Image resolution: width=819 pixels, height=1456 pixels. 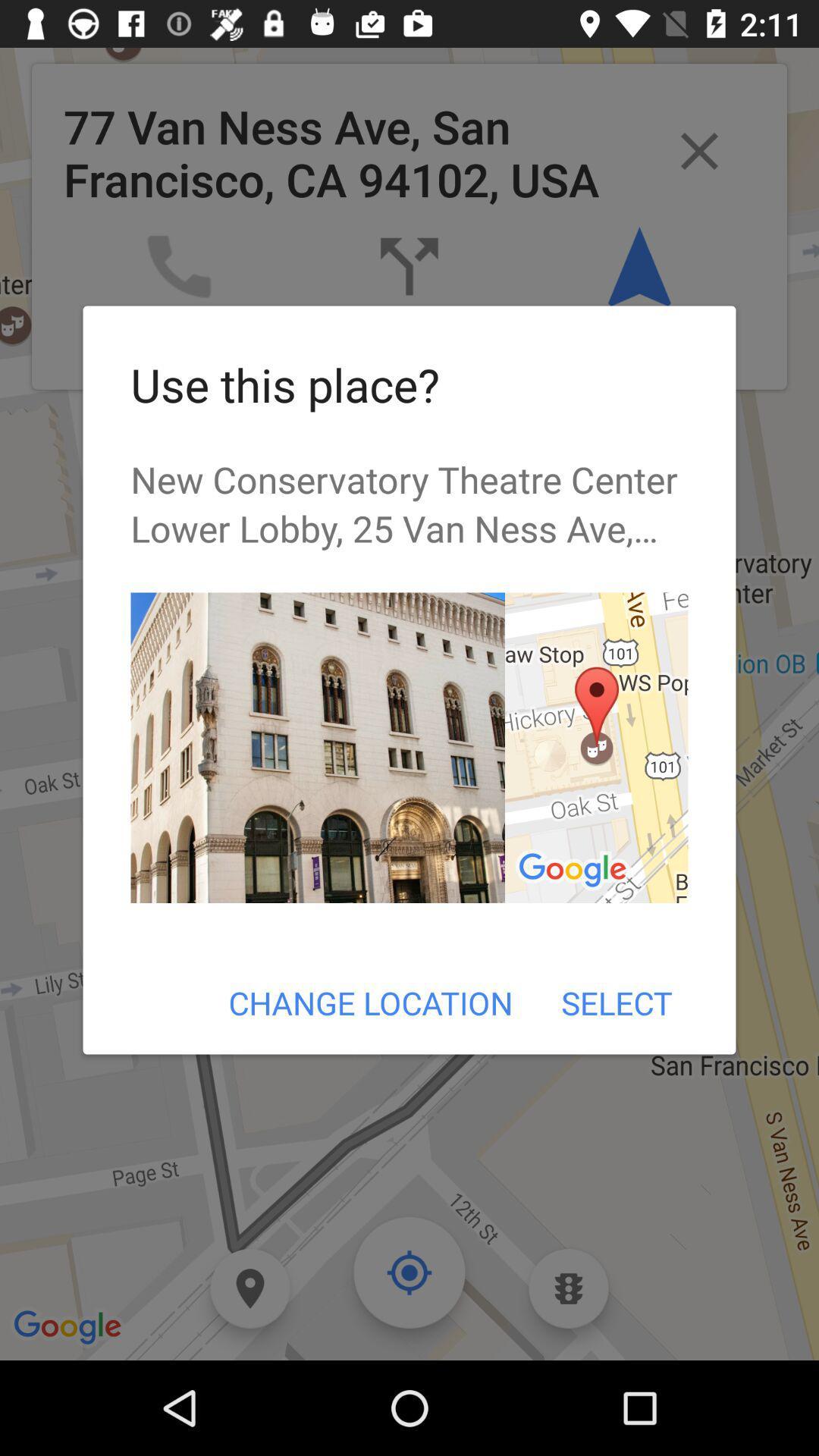 I want to click on icon to the right of change location icon, so click(x=617, y=1003).